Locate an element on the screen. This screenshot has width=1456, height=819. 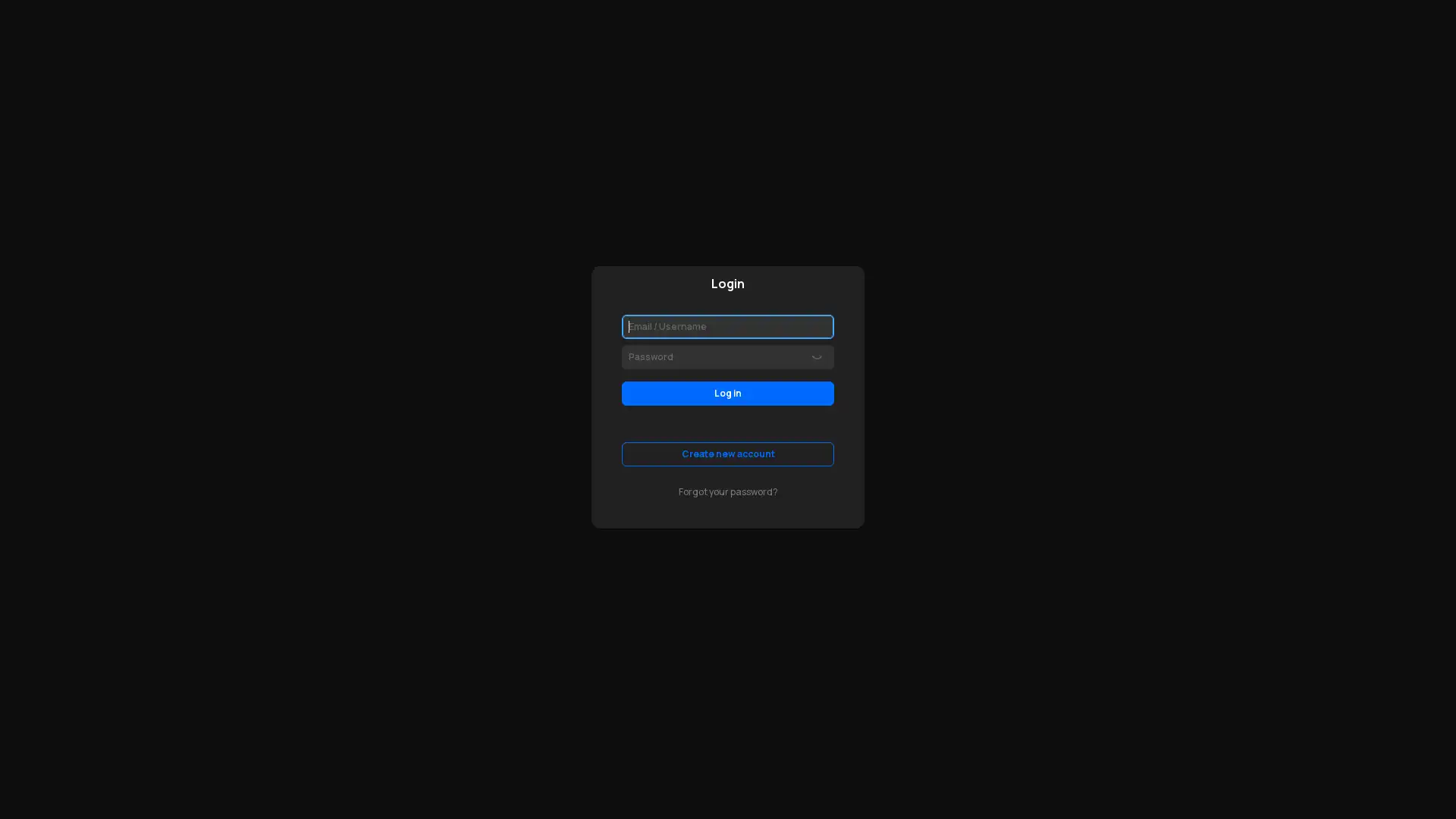
Forgot your password? is located at coordinates (726, 491).